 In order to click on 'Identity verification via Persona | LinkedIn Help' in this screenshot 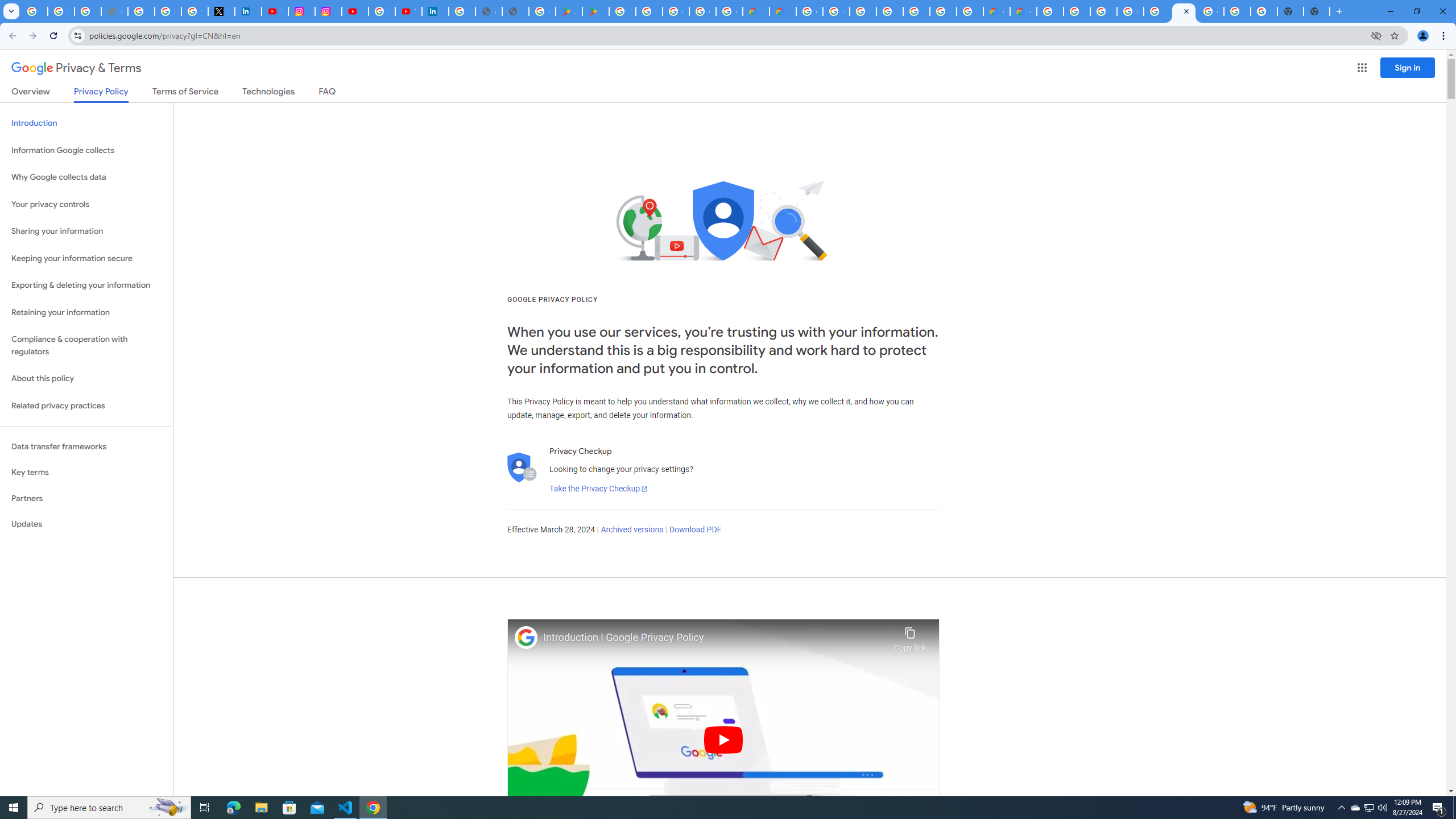, I will do `click(435, 11)`.